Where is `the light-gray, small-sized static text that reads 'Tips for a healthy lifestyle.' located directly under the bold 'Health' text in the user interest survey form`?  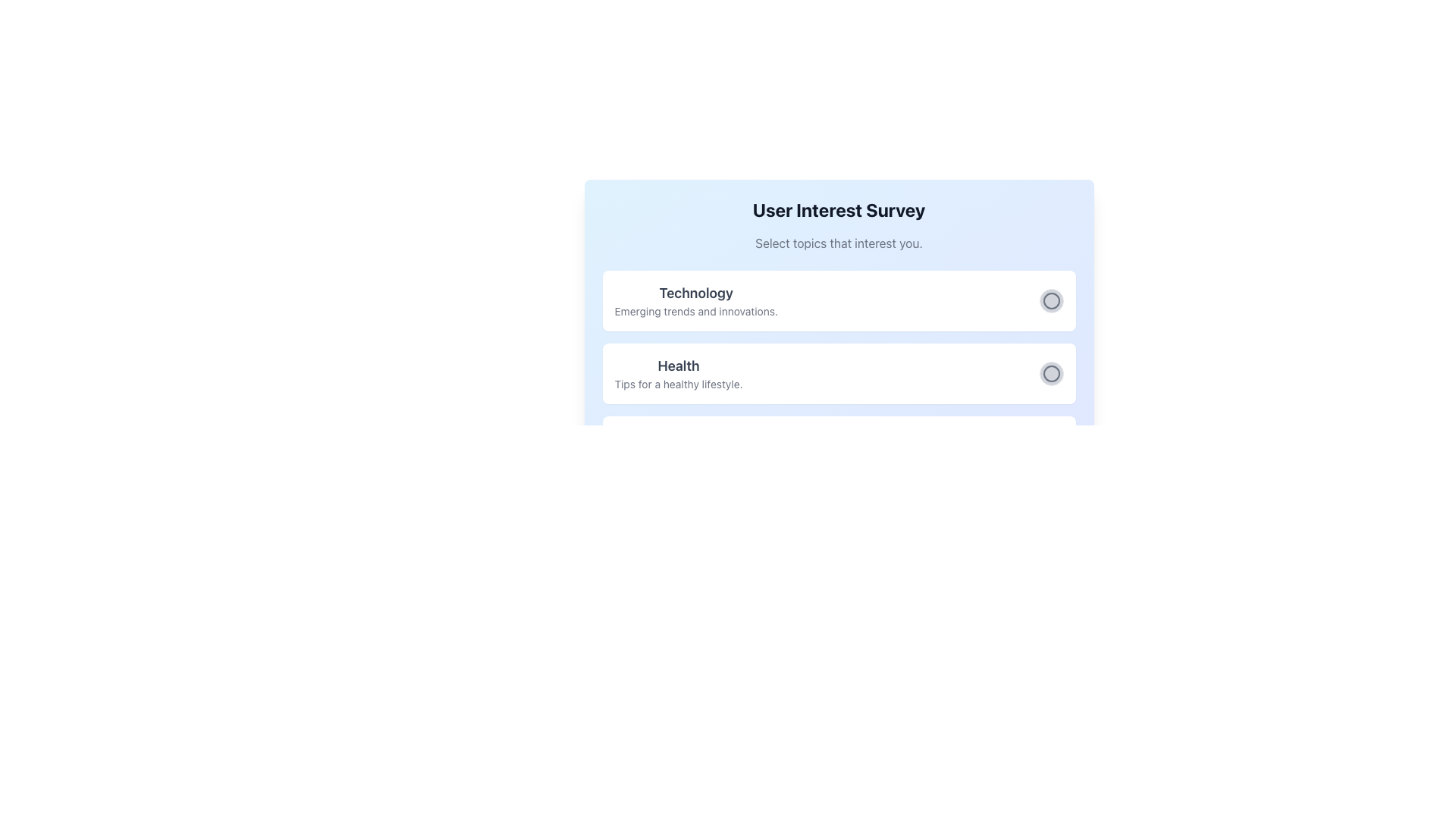 the light-gray, small-sized static text that reads 'Tips for a healthy lifestyle.' located directly under the bold 'Health' text in the user interest survey form is located at coordinates (678, 383).